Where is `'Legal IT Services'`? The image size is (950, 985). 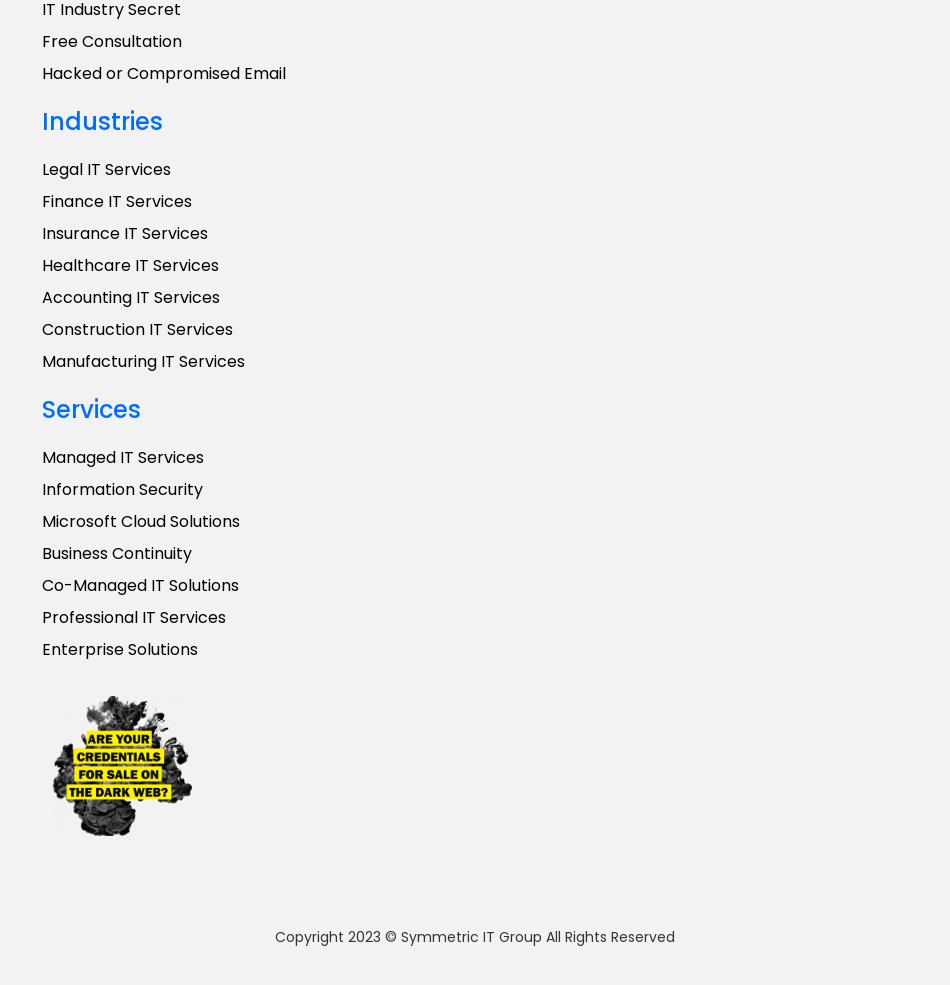 'Legal IT Services' is located at coordinates (106, 169).